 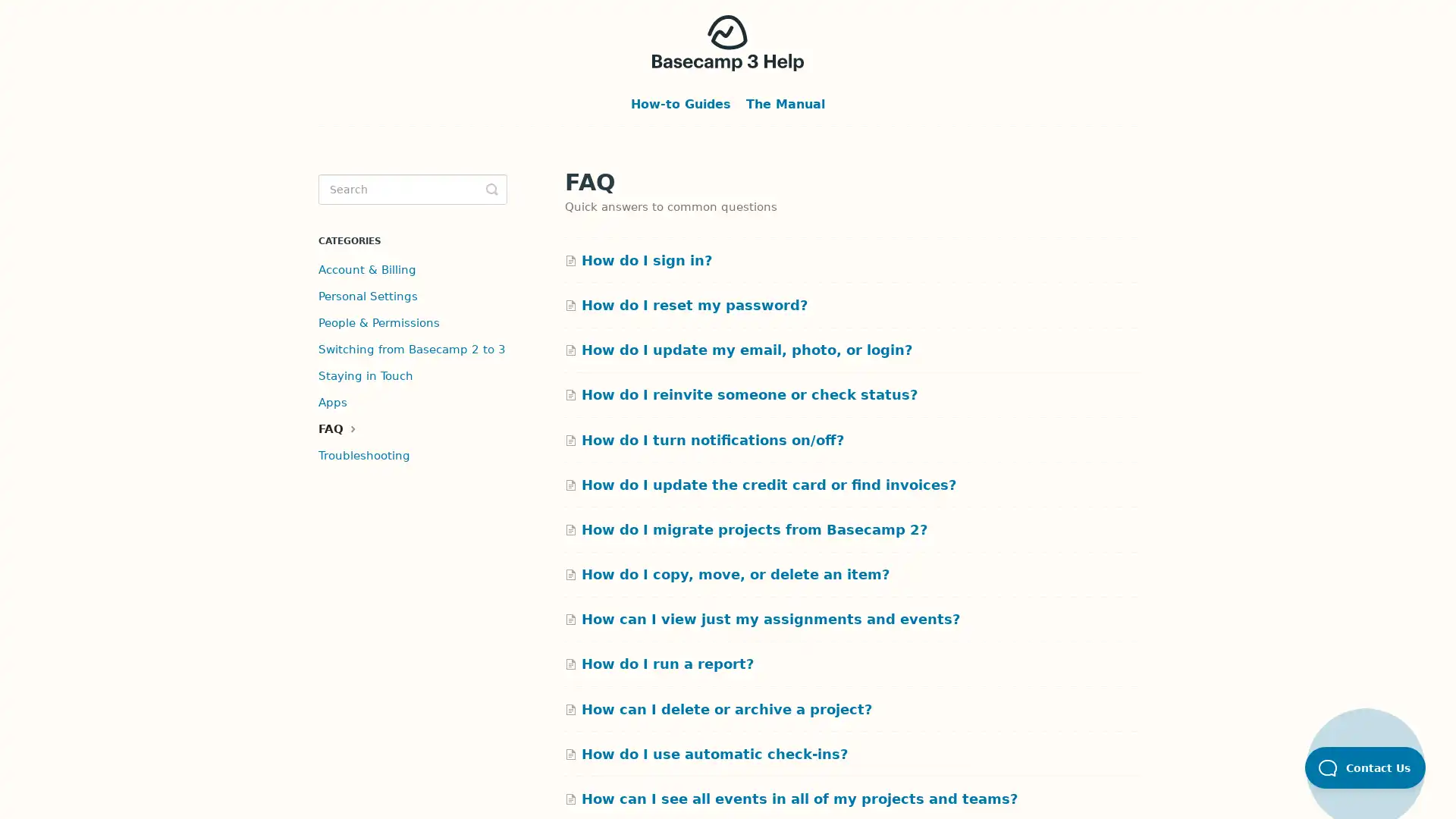 What do you see at coordinates (491, 189) in the screenshot?
I see `Toggle Search` at bounding box center [491, 189].